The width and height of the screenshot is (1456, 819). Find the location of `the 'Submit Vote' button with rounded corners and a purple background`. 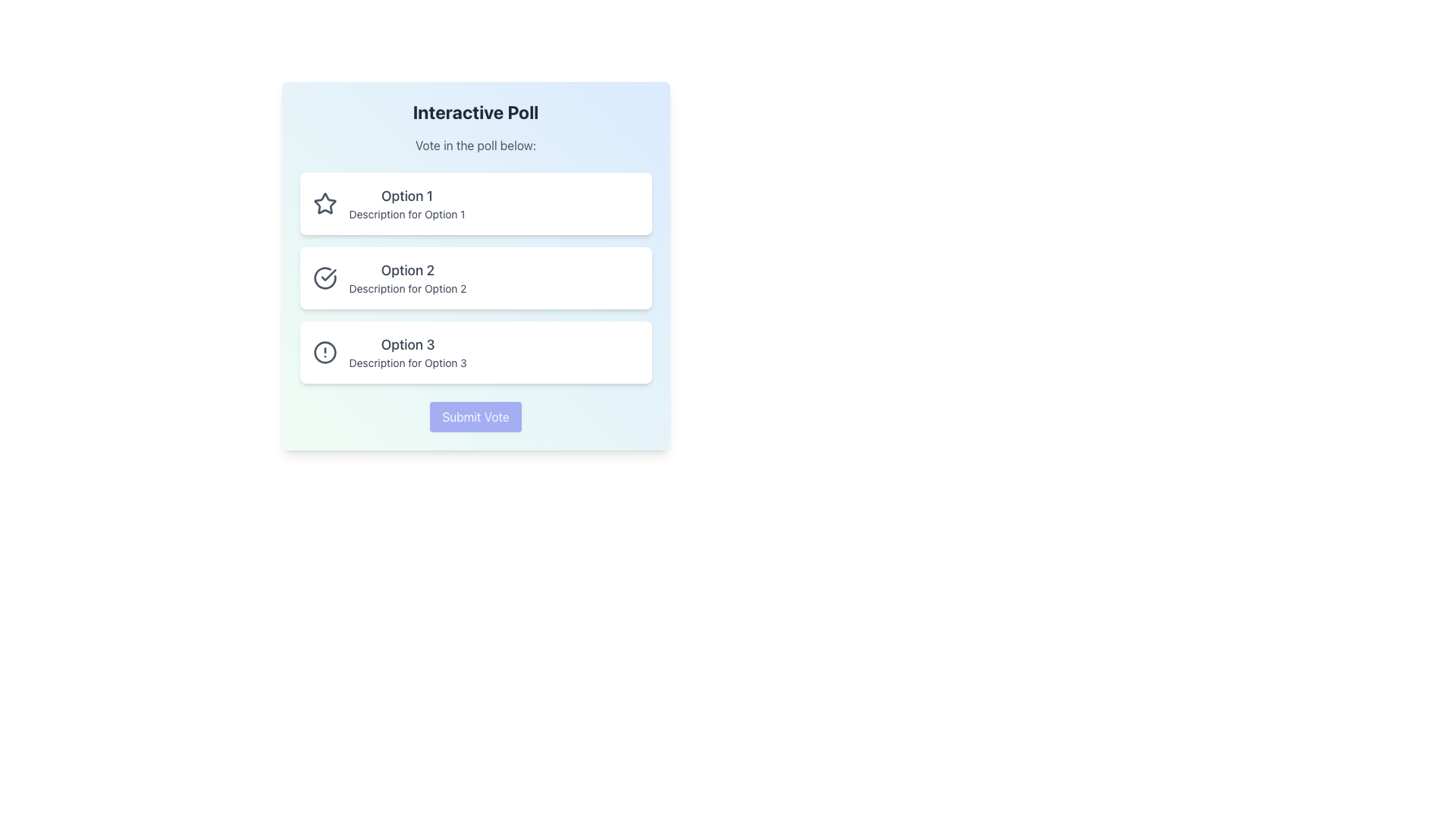

the 'Submit Vote' button with rounded corners and a purple background is located at coordinates (475, 417).